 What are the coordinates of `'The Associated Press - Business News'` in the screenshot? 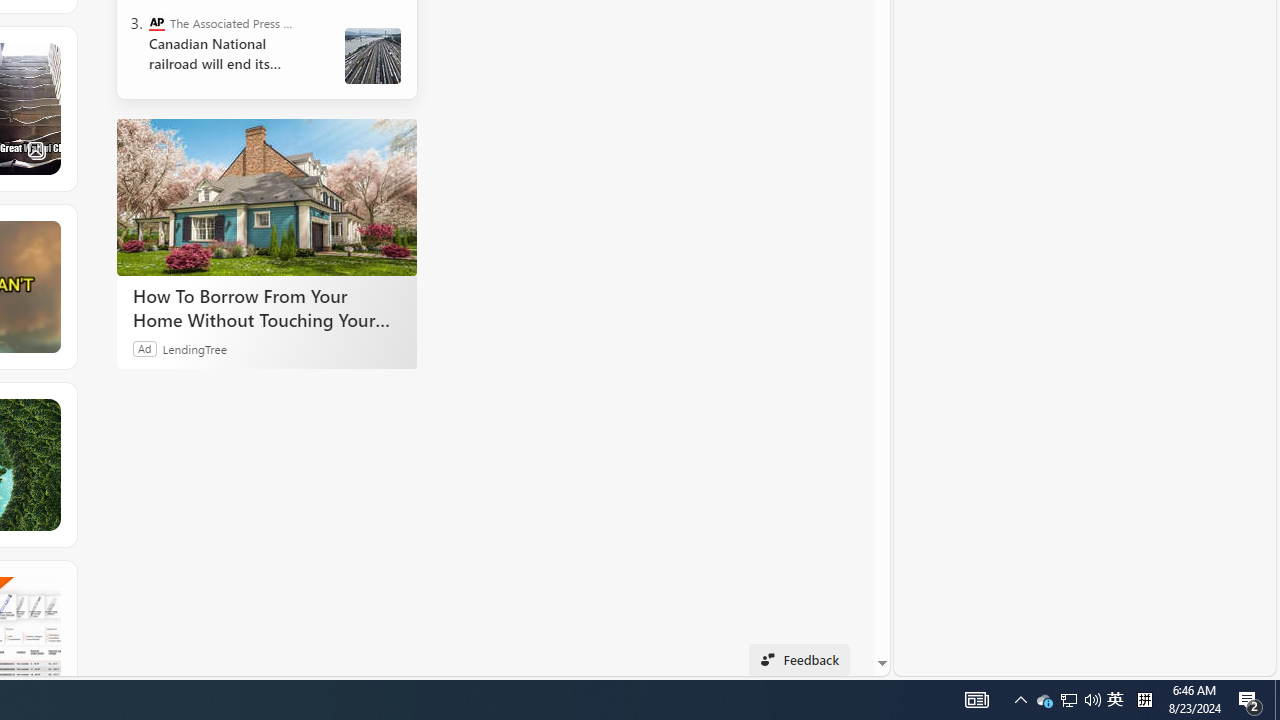 It's located at (155, 23).